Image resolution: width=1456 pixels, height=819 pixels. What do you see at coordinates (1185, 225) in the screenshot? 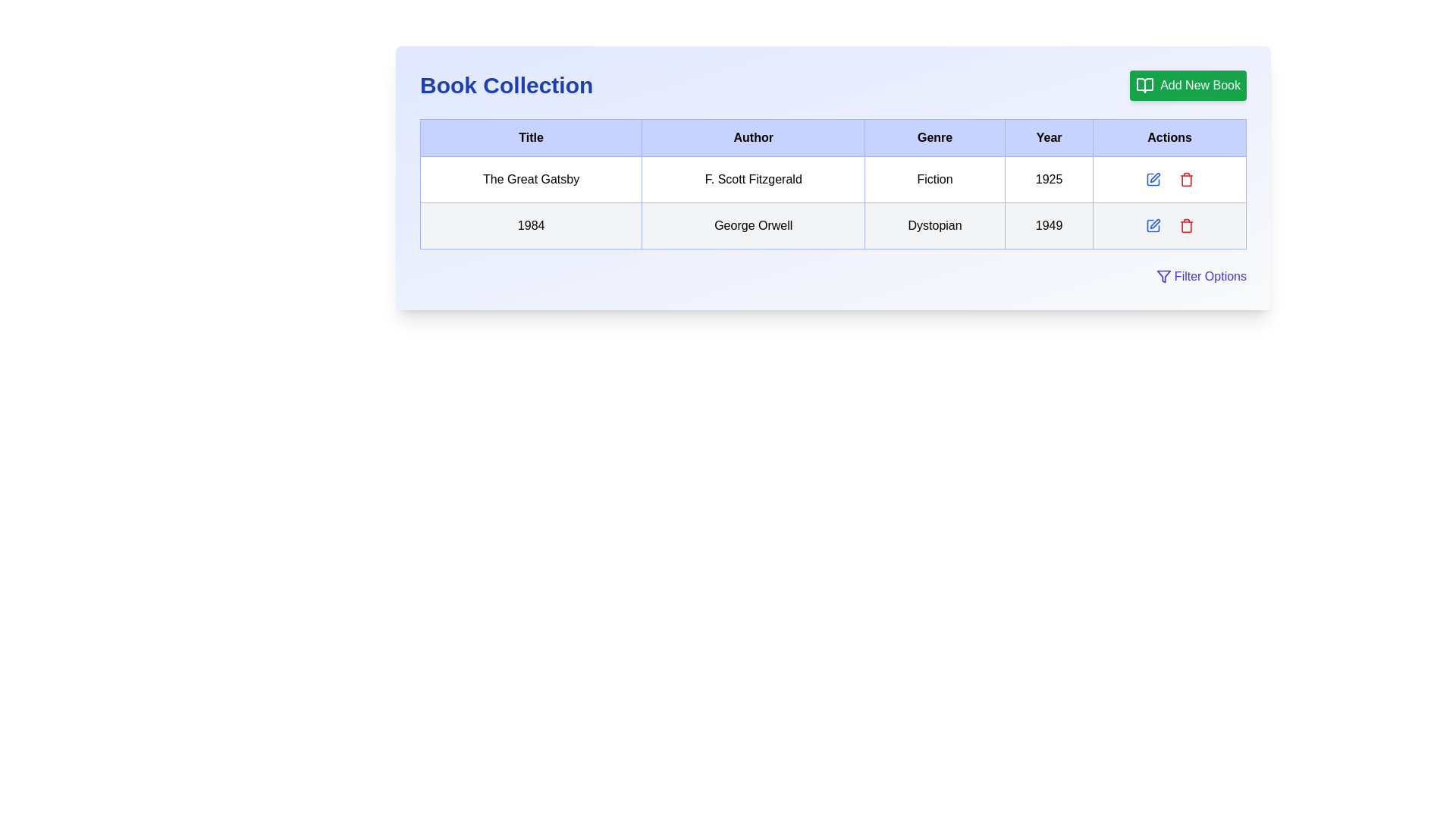
I see `the red trash icon button in the 'Actions' column associated with the book '1984' by George Orwell` at bounding box center [1185, 225].